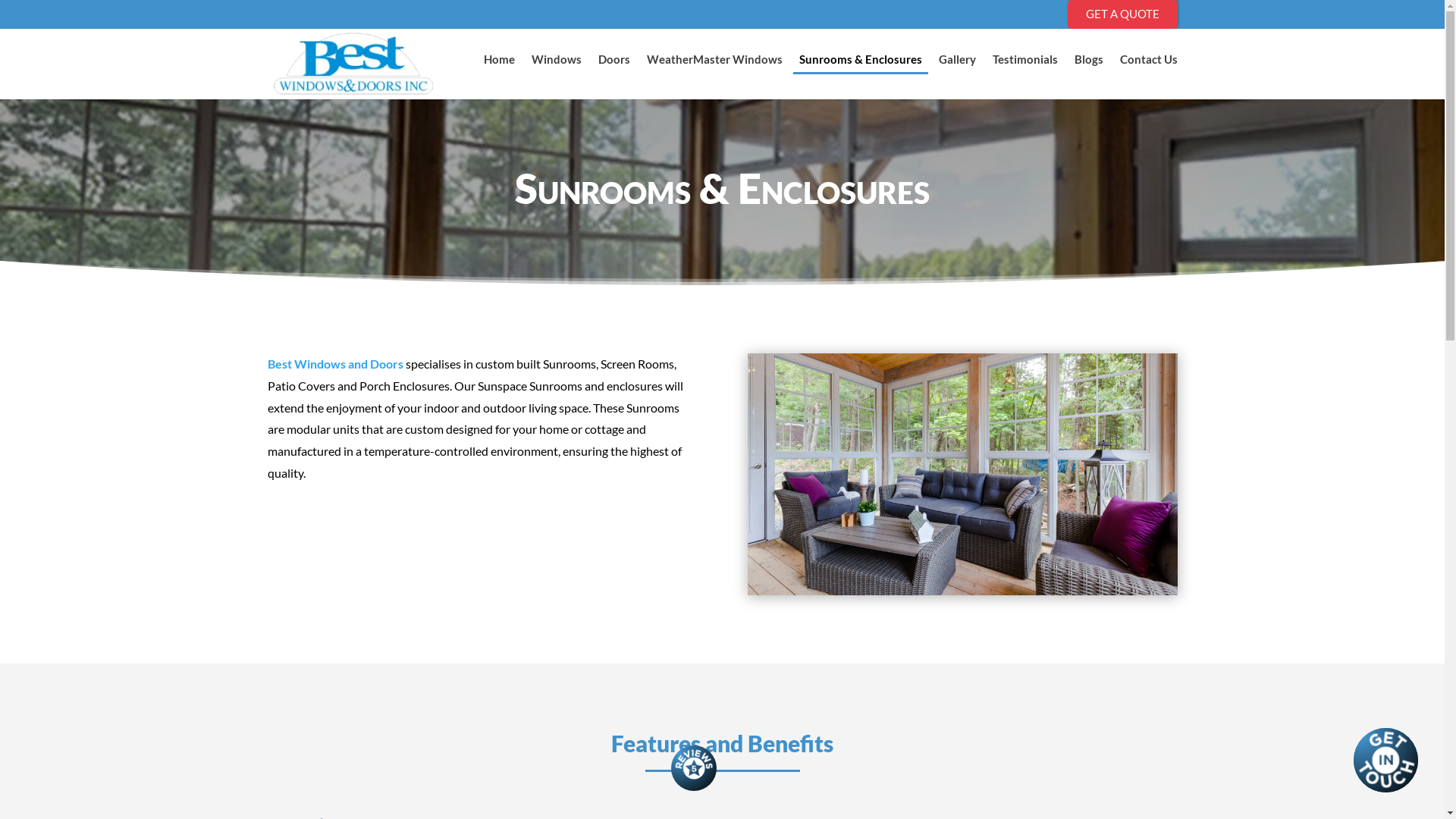  I want to click on 'Gallery', so click(956, 71).